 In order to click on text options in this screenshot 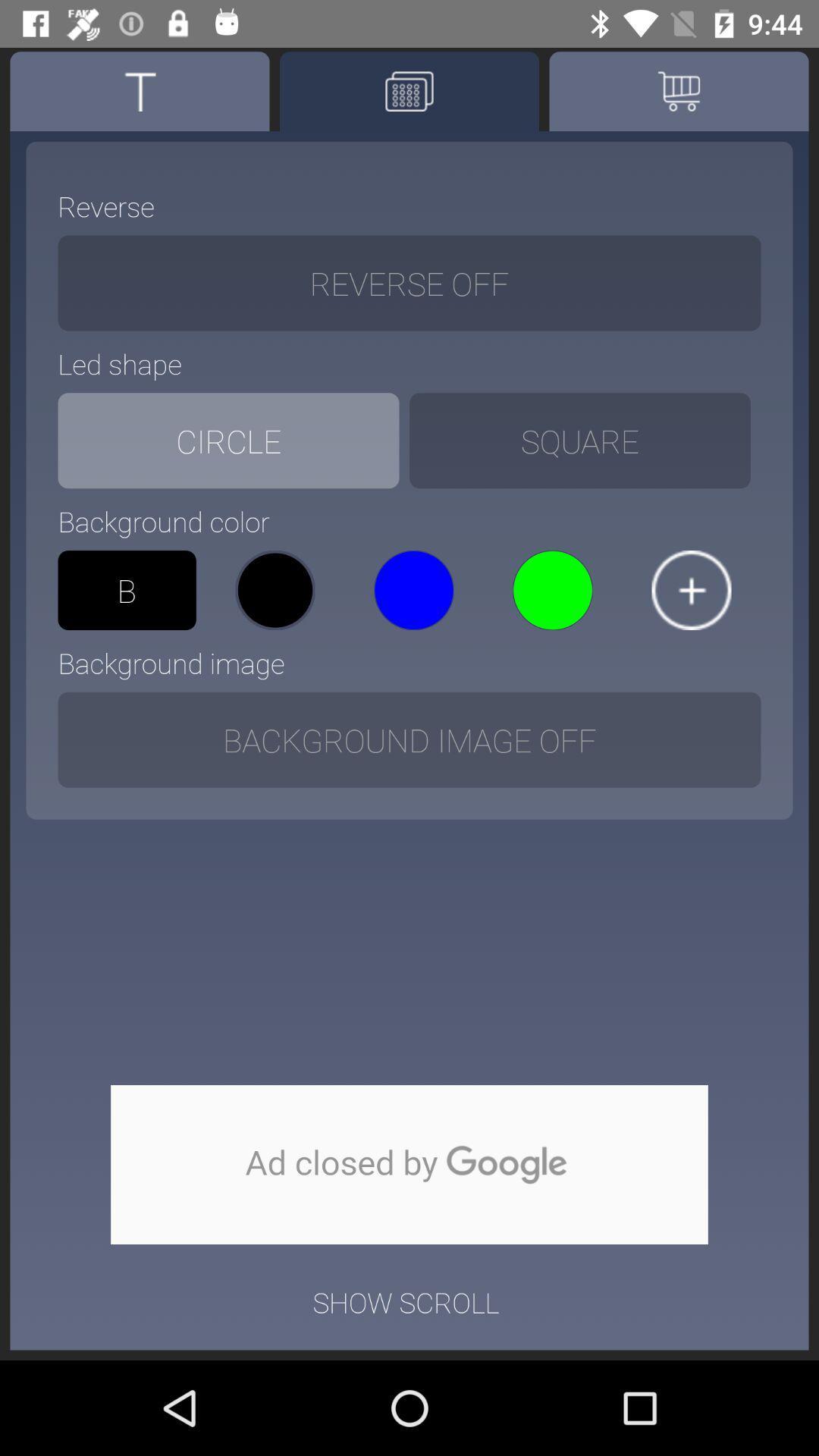, I will do `click(140, 90)`.